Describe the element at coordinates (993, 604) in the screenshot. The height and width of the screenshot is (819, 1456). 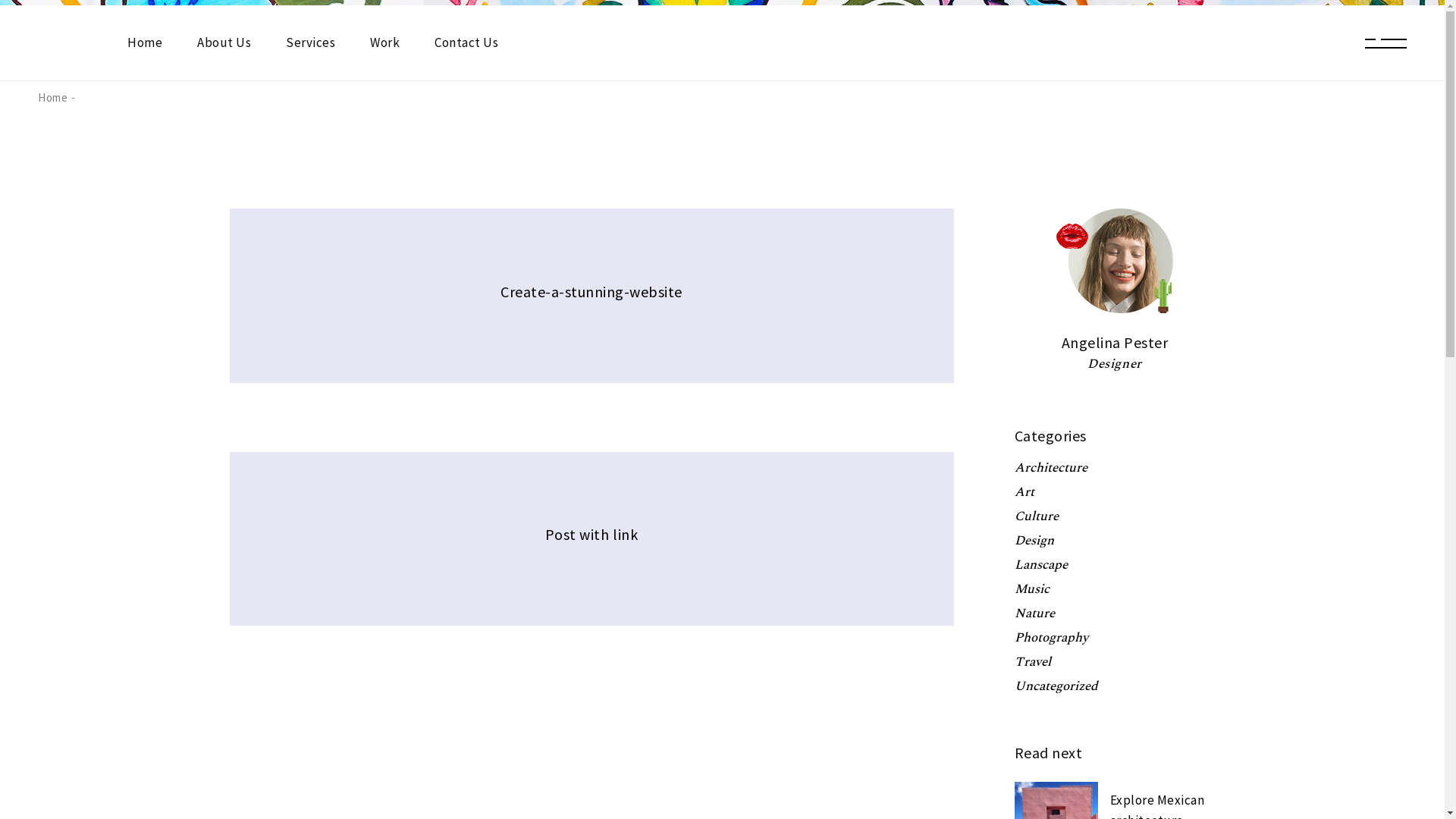
I see `'info@elkas.com.au'` at that location.